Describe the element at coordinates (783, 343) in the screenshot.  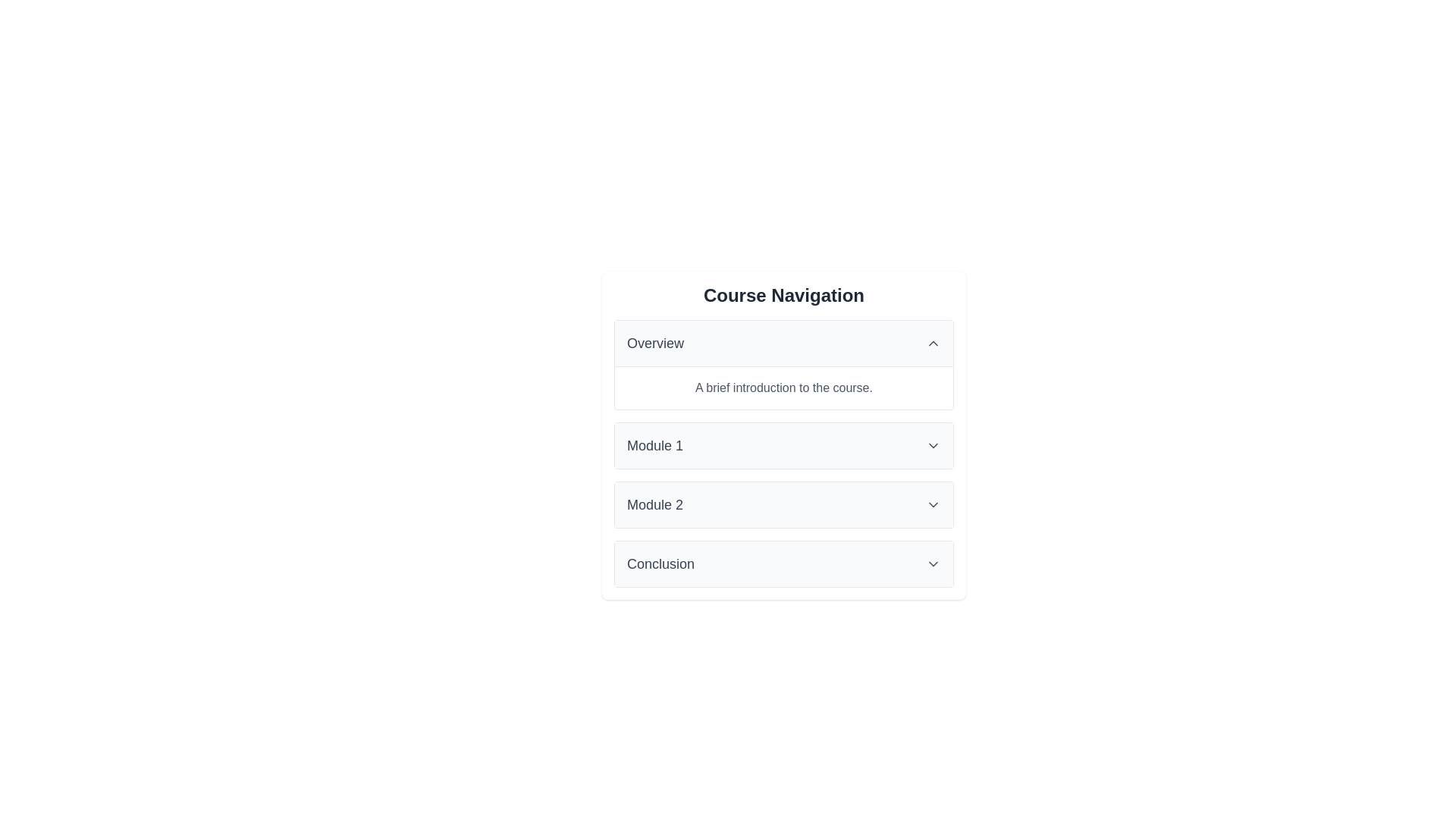
I see `the toggle button for the 'Overview' section in the sidebar menu` at that location.